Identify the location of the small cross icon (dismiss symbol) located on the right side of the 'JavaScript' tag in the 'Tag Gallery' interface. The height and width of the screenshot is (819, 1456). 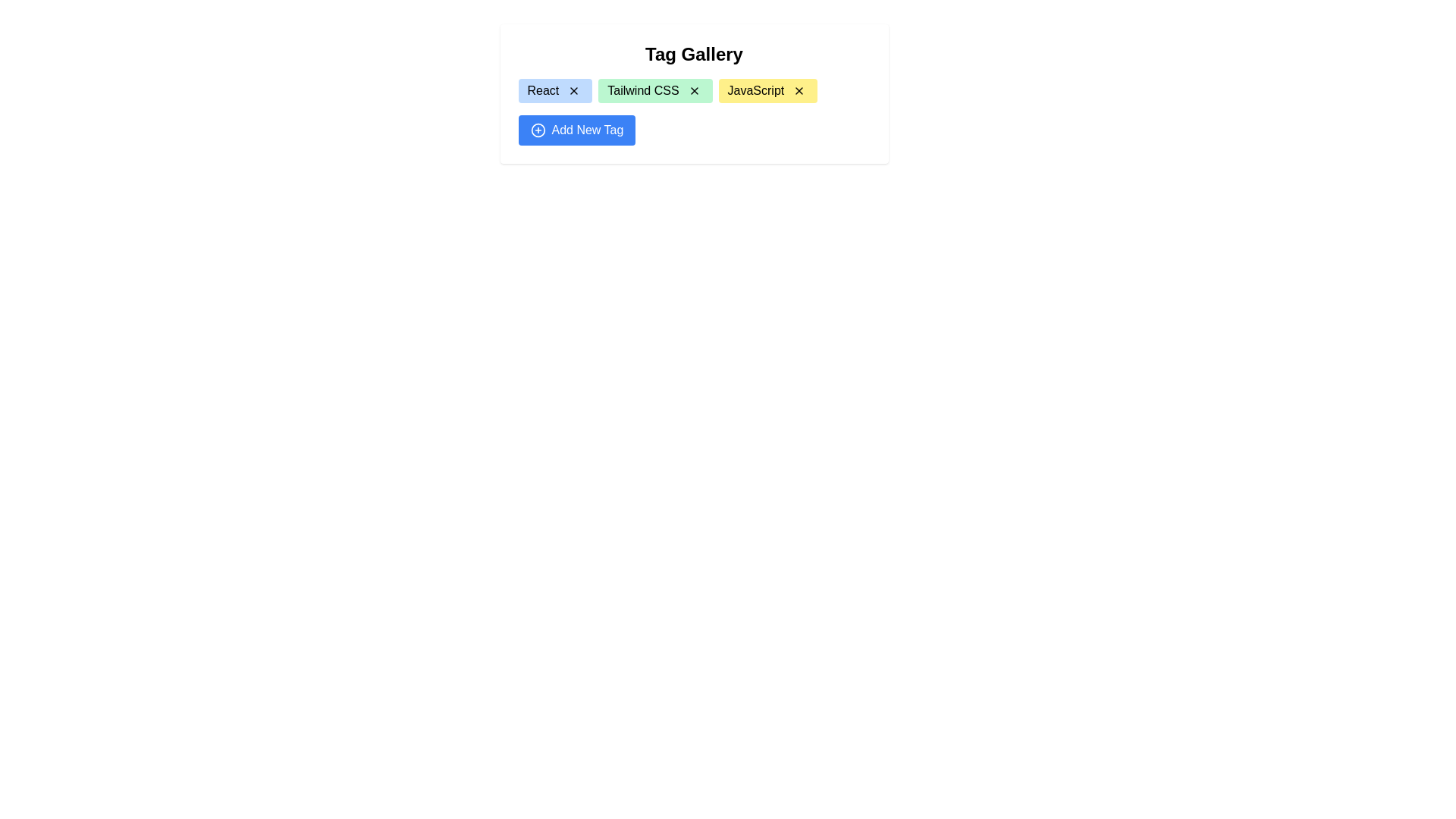
(799, 90).